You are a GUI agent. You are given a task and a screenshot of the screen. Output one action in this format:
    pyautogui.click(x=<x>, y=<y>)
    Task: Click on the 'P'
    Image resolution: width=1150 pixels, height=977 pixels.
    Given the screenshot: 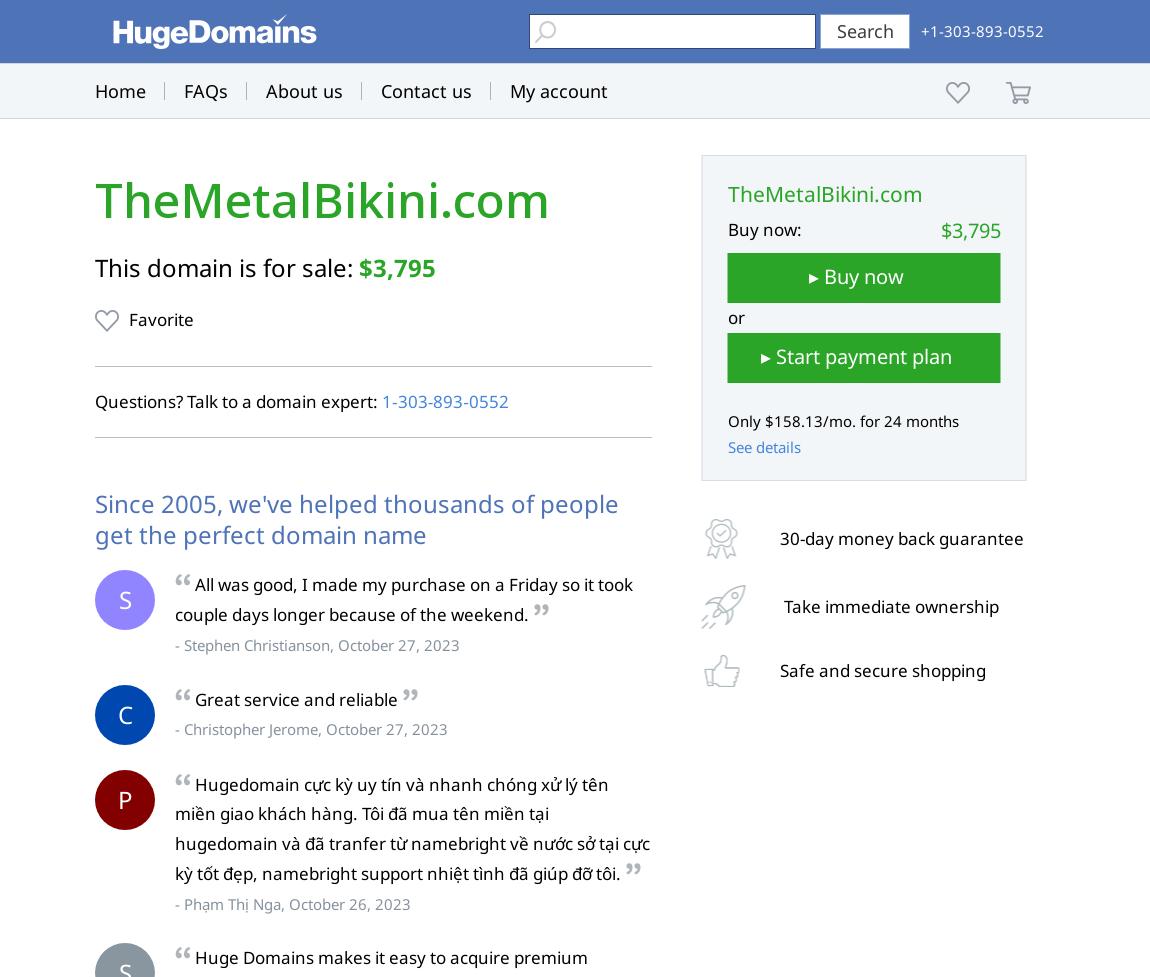 What is the action you would take?
    pyautogui.click(x=123, y=798)
    